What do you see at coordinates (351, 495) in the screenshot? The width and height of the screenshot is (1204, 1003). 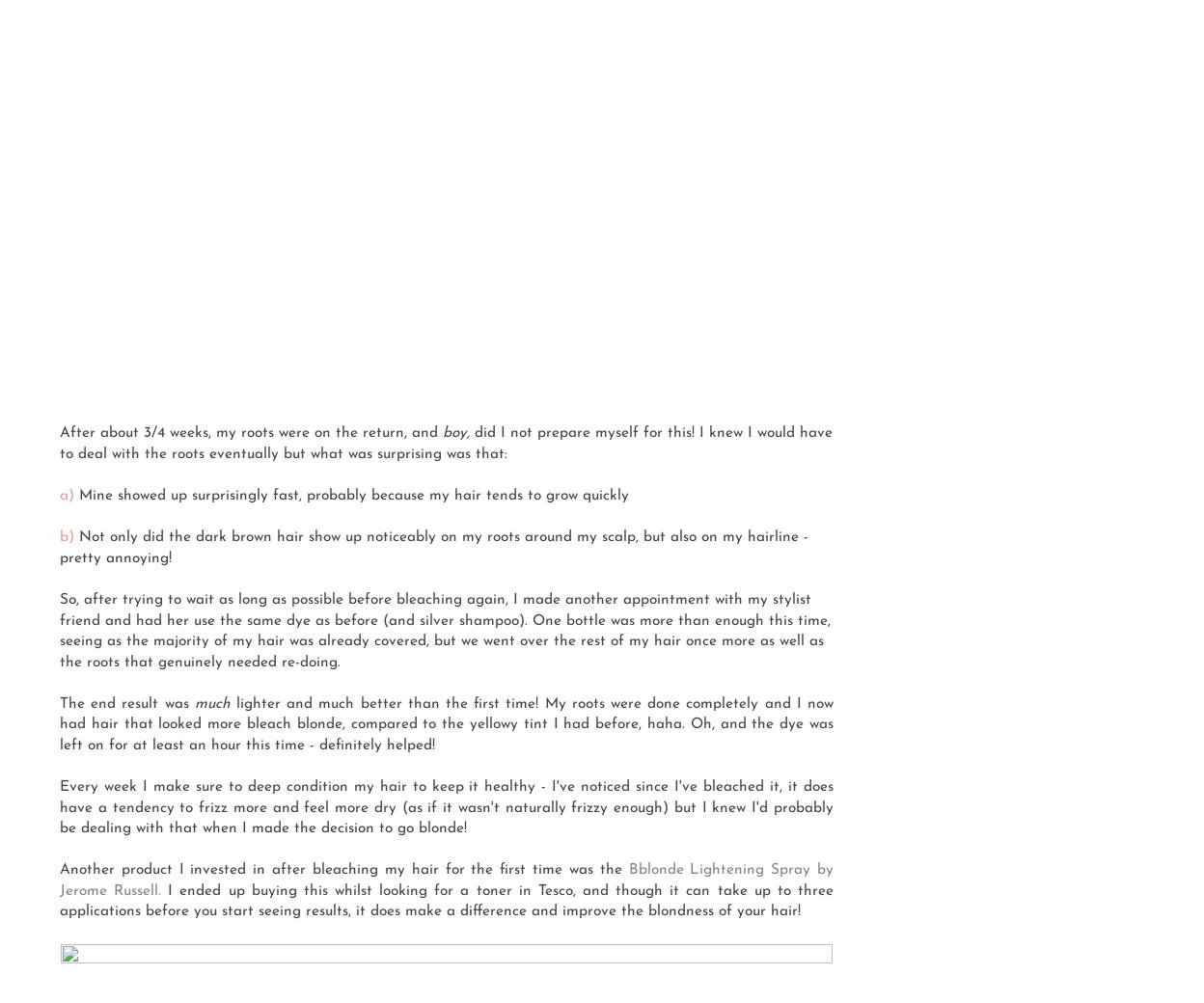 I see `'Mine showed up surprisingly fast, probably because my hair tends to grow quickly'` at bounding box center [351, 495].